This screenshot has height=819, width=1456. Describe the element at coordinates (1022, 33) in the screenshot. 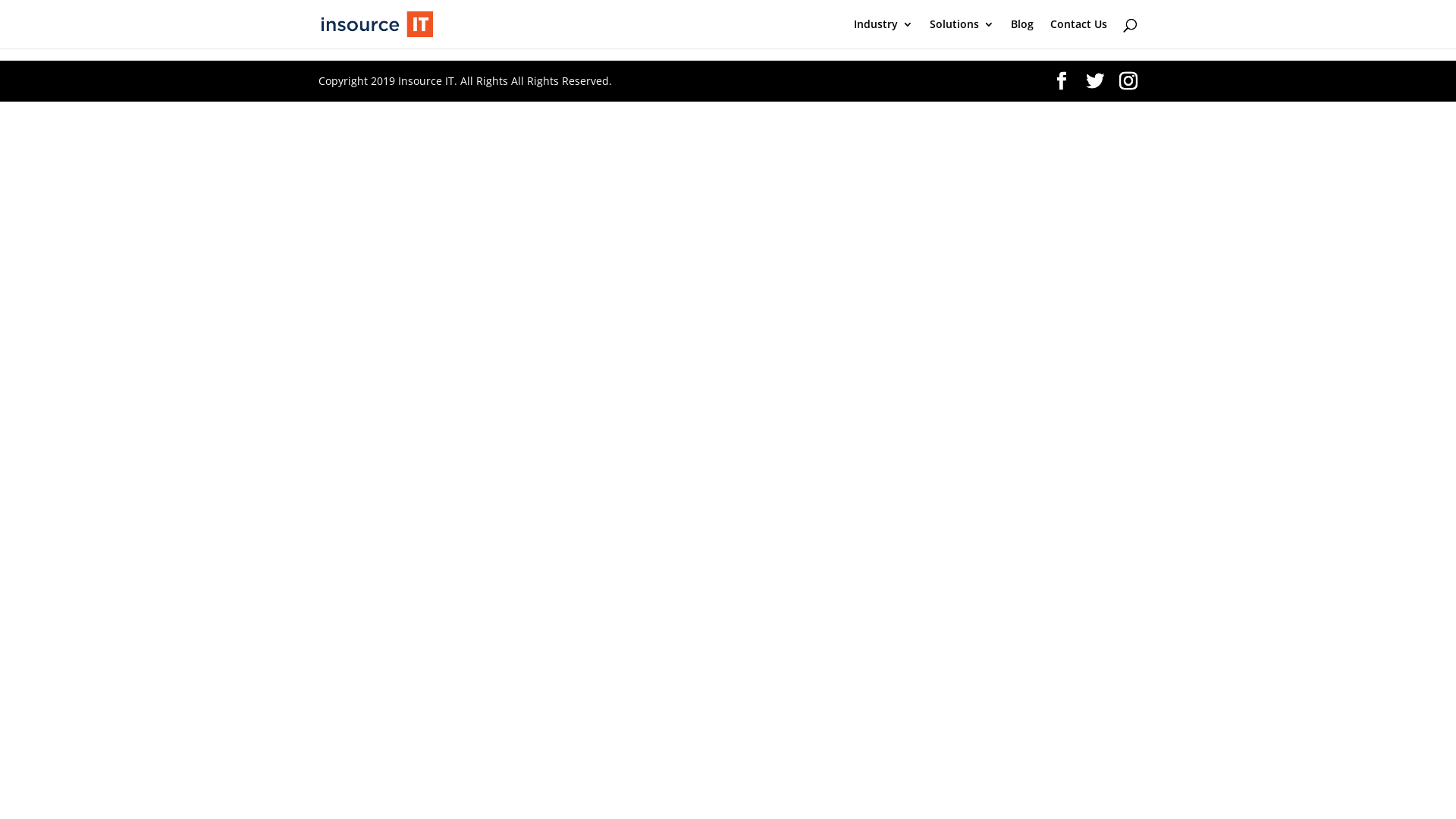

I see `'Blog'` at that location.